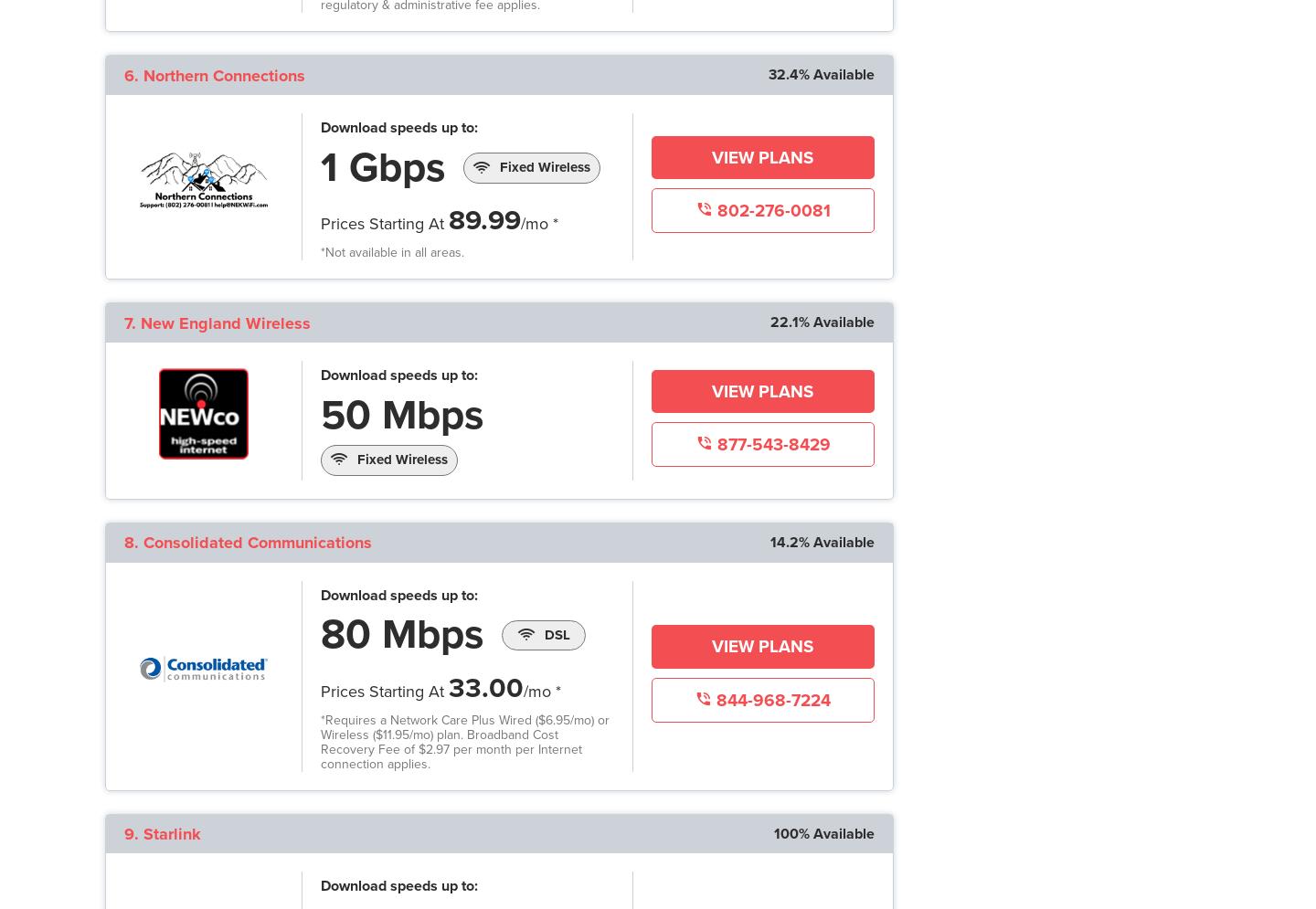 This screenshot has width=1316, height=909. Describe the element at coordinates (769, 700) in the screenshot. I see `'844-968-7224'` at that location.